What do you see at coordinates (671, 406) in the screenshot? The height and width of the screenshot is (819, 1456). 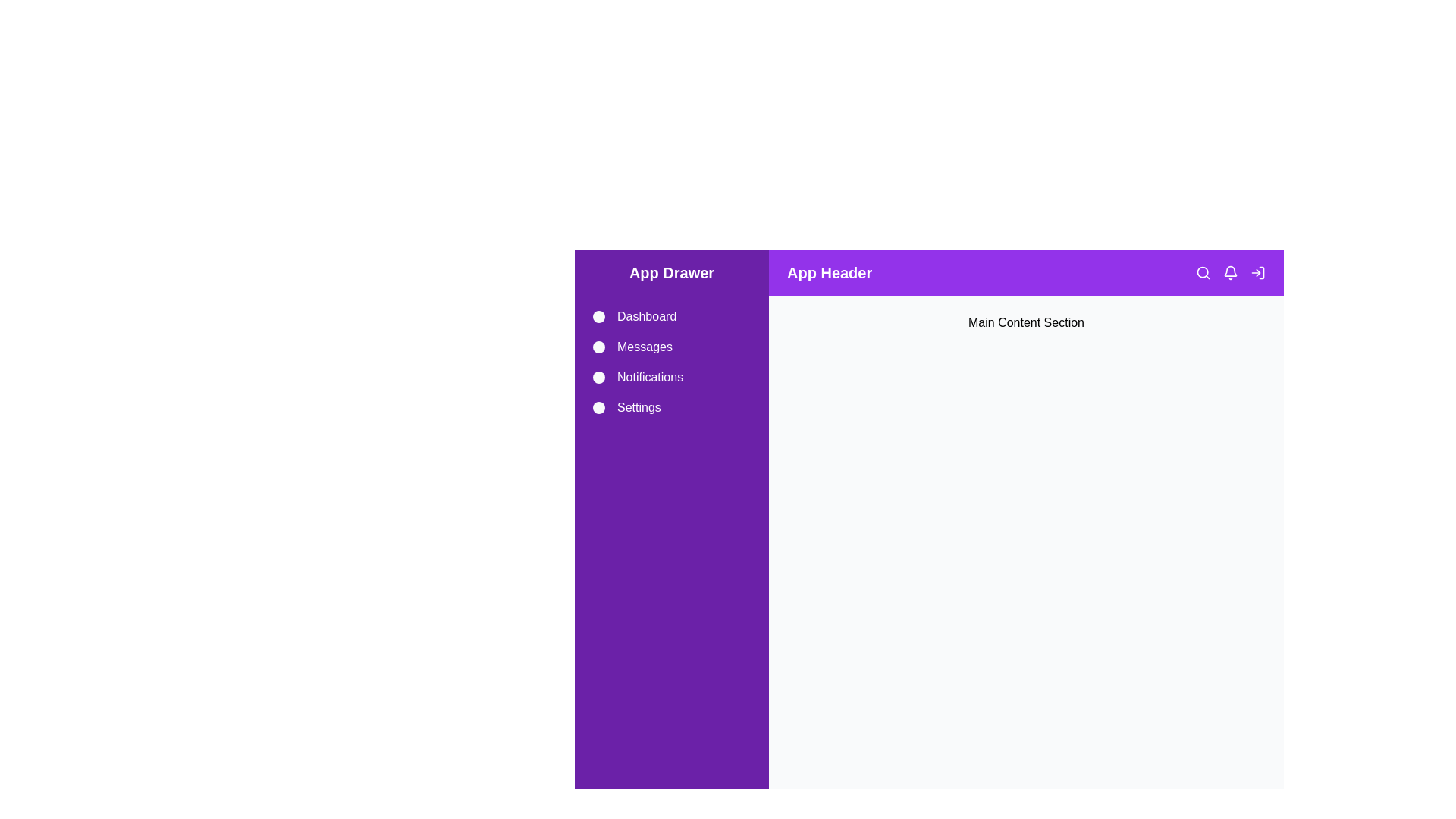 I see `the Settings drawer item to navigate` at bounding box center [671, 406].